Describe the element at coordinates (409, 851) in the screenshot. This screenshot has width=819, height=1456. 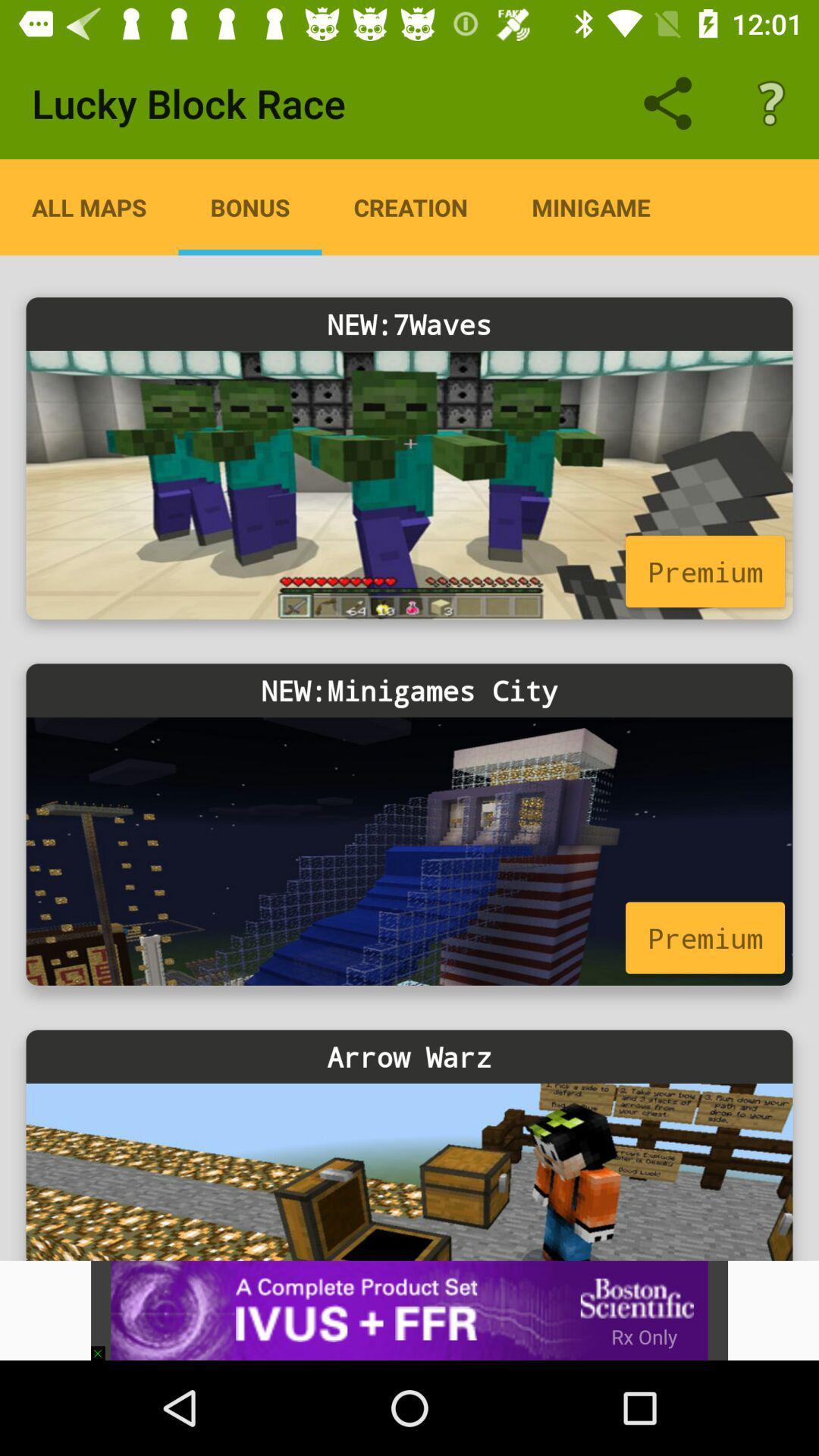
I see `game` at that location.